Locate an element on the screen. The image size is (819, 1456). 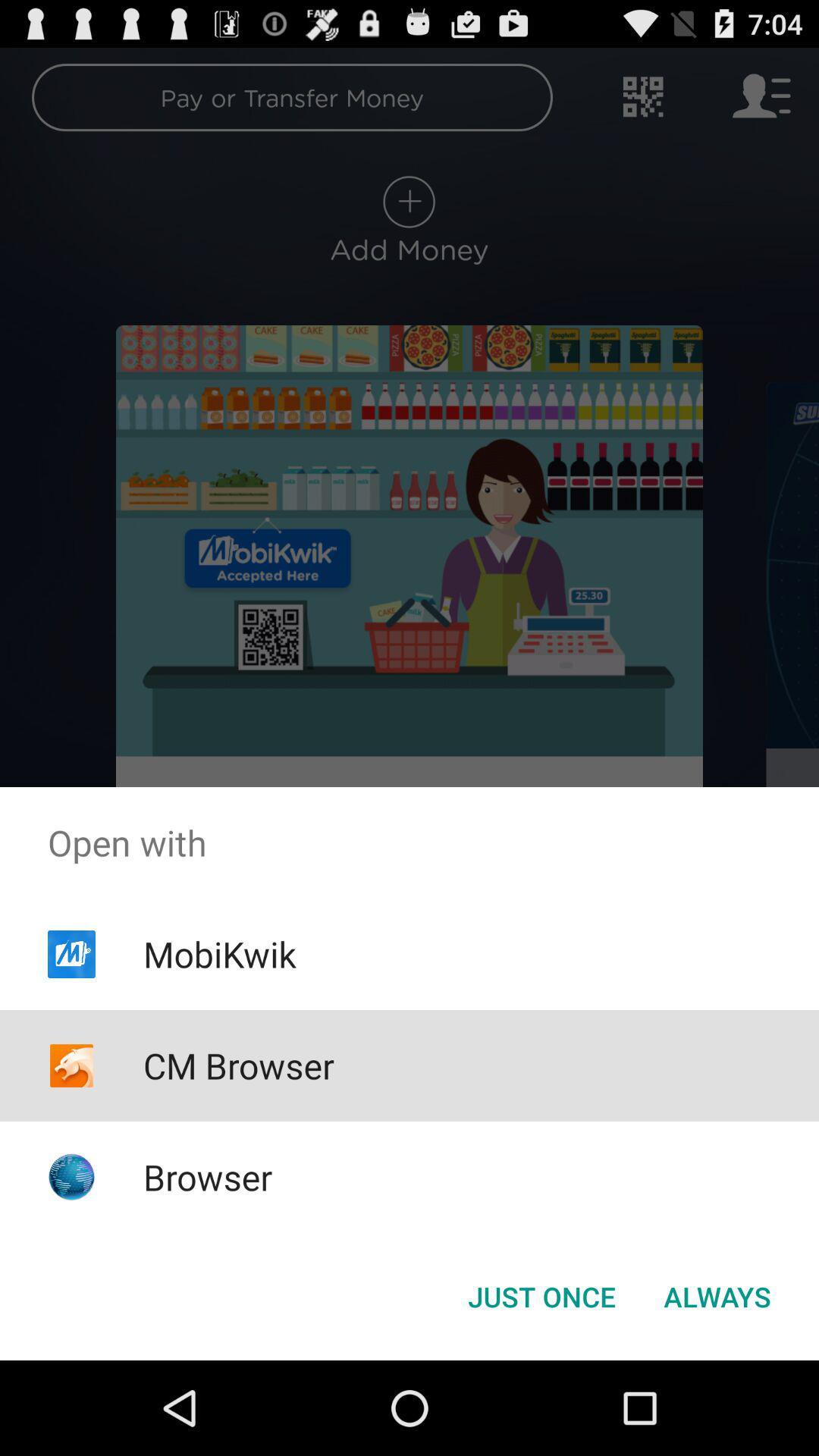
the just once button is located at coordinates (541, 1295).